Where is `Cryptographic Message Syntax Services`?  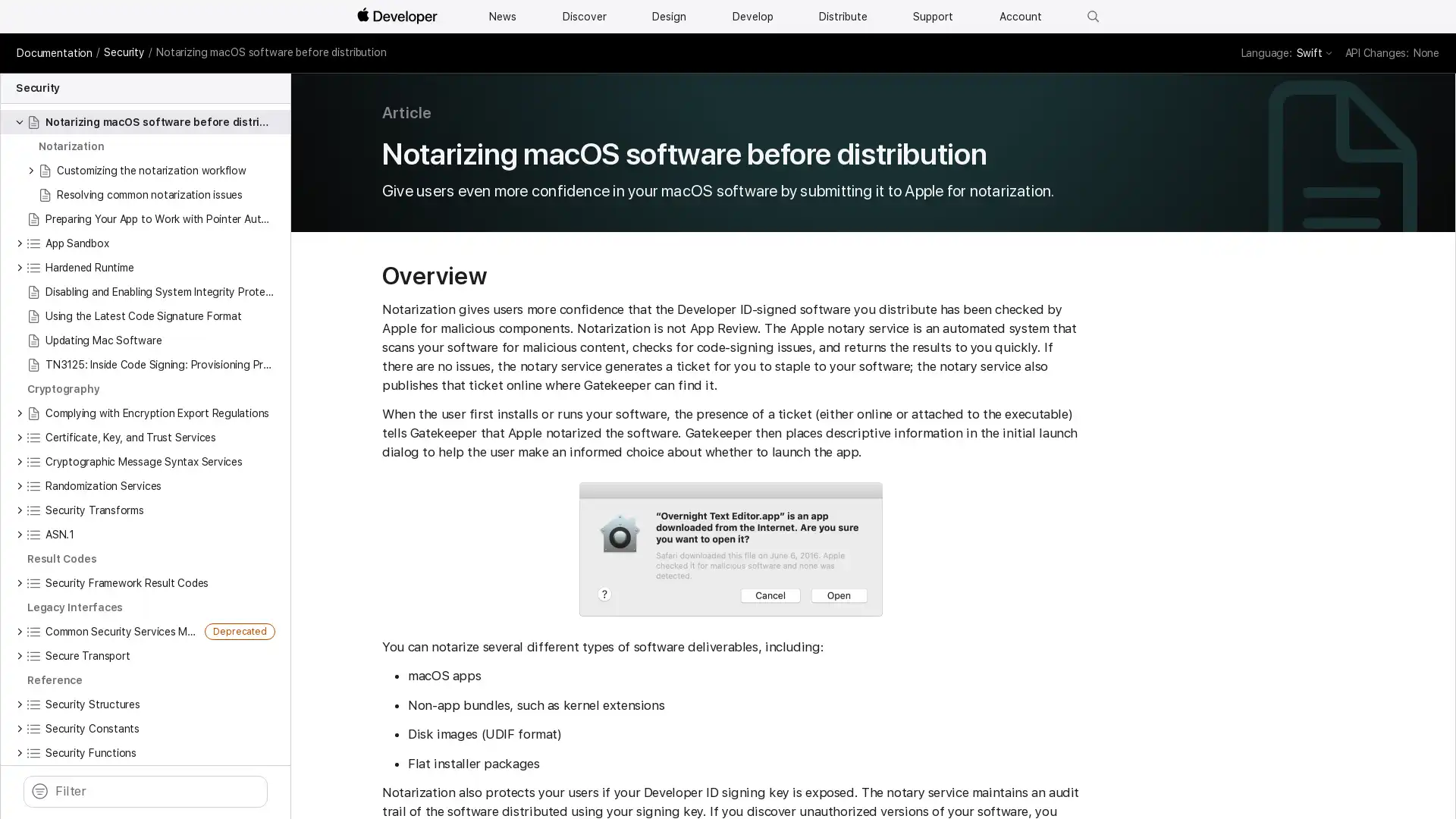
Cryptographic Message Syntax Services is located at coordinates (17, 470).